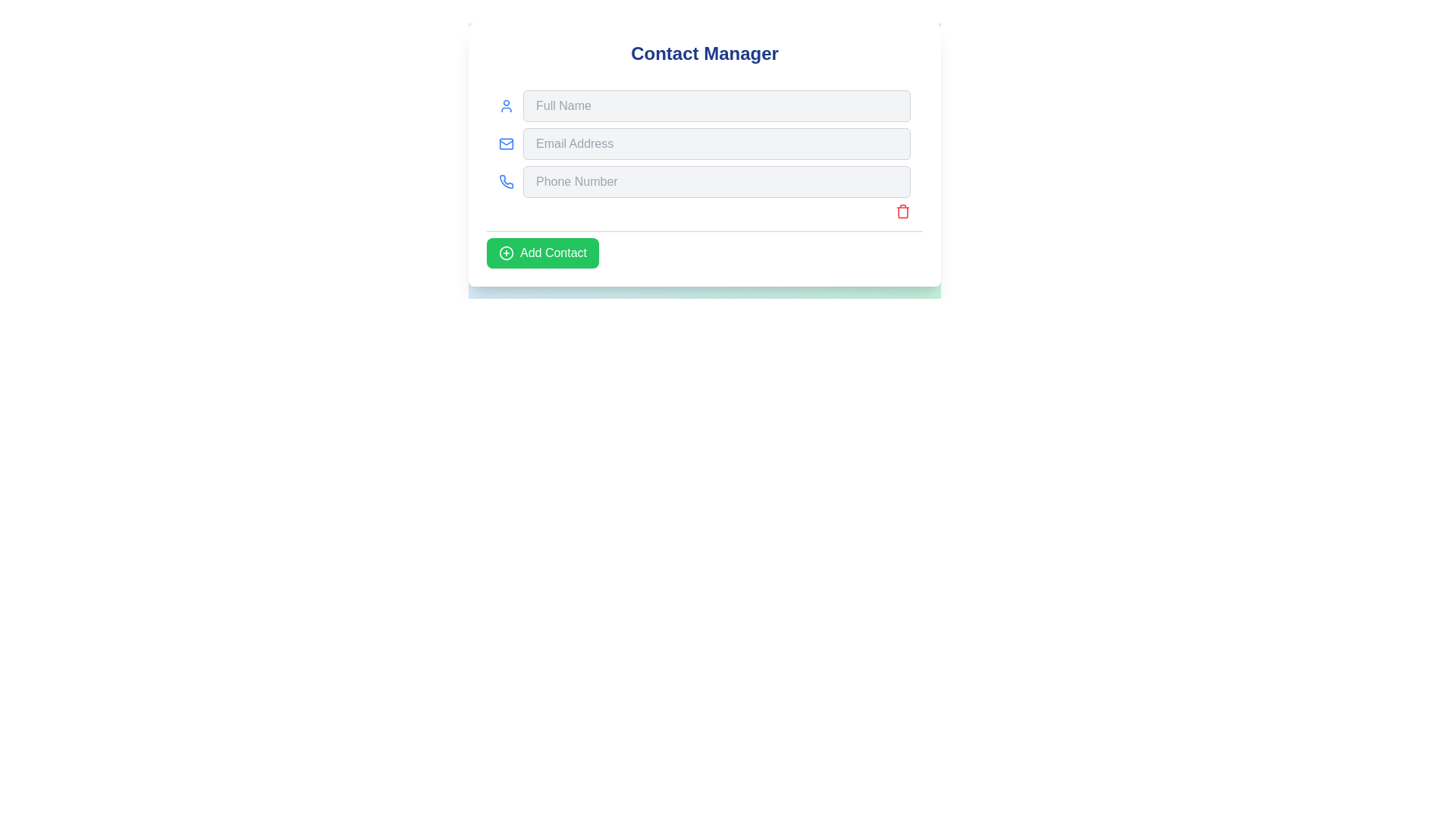  Describe the element at coordinates (552, 253) in the screenshot. I see `the text label 'Add Contact' which is located at the bottom center of the interface within a button component that features a green rectangular background` at that location.